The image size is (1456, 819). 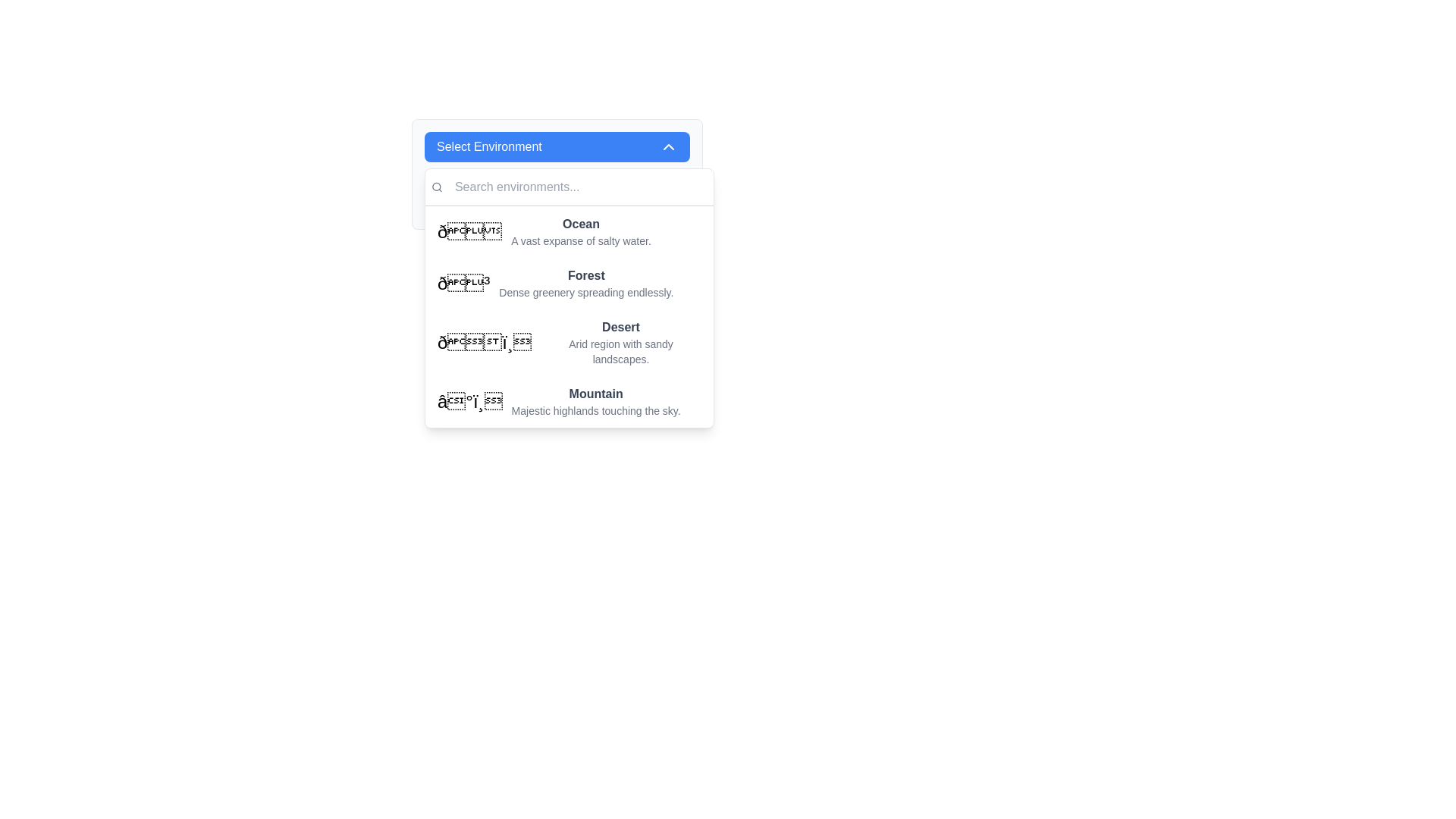 I want to click on the text label that serves as the title for the fourth item in a dropdown-style list, positioned between the 'Desert' item and its description 'Majestic highlands touching the sky.', so click(x=595, y=394).